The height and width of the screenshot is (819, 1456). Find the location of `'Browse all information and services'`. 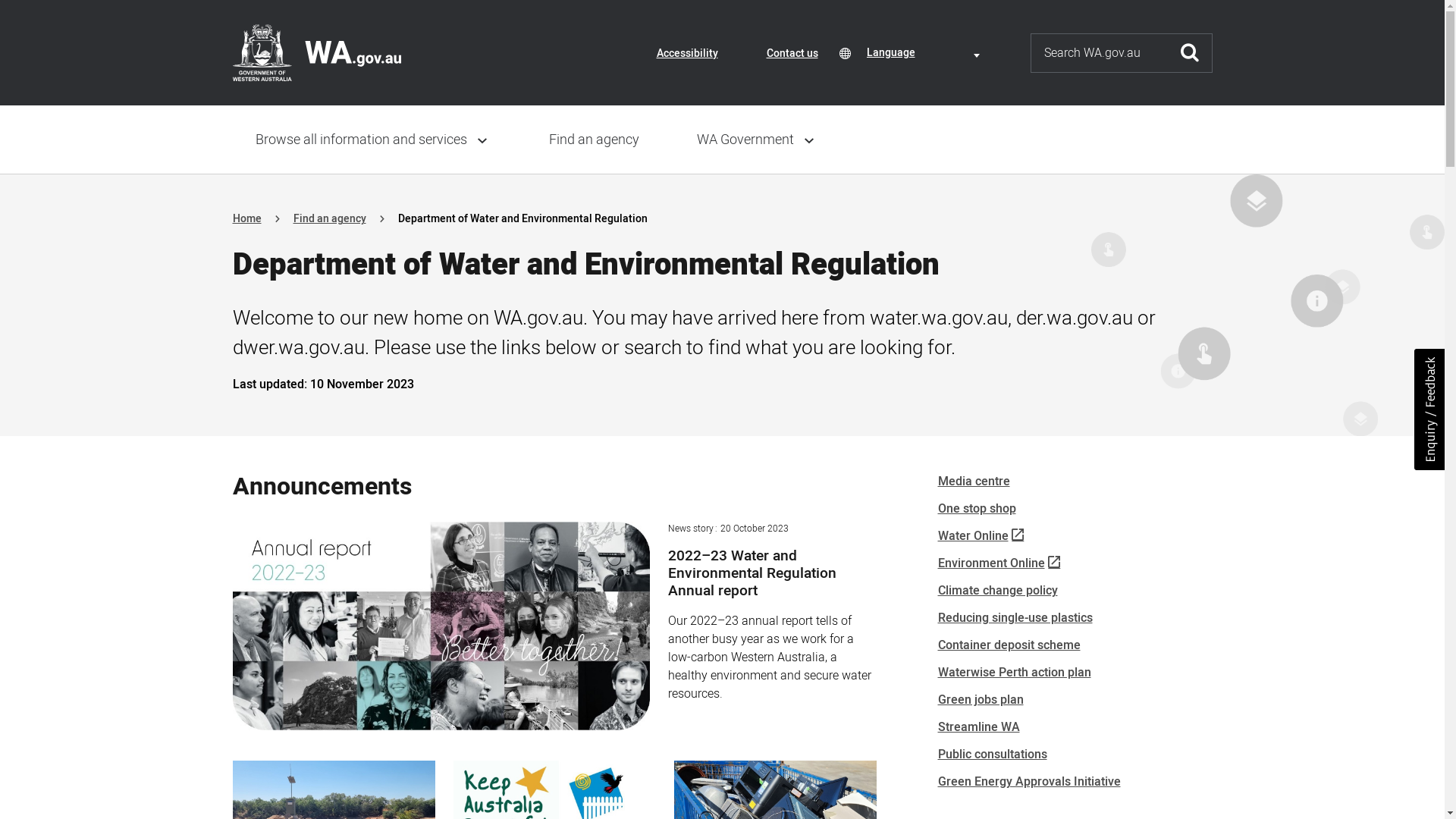

'Browse all information and services' is located at coordinates (372, 140).